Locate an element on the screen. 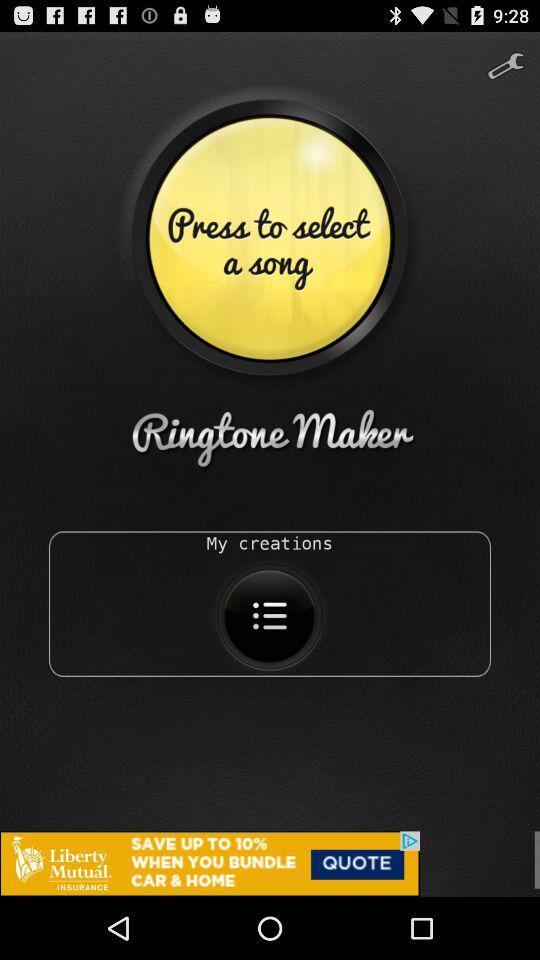 This screenshot has height=960, width=540. settings is located at coordinates (504, 58).